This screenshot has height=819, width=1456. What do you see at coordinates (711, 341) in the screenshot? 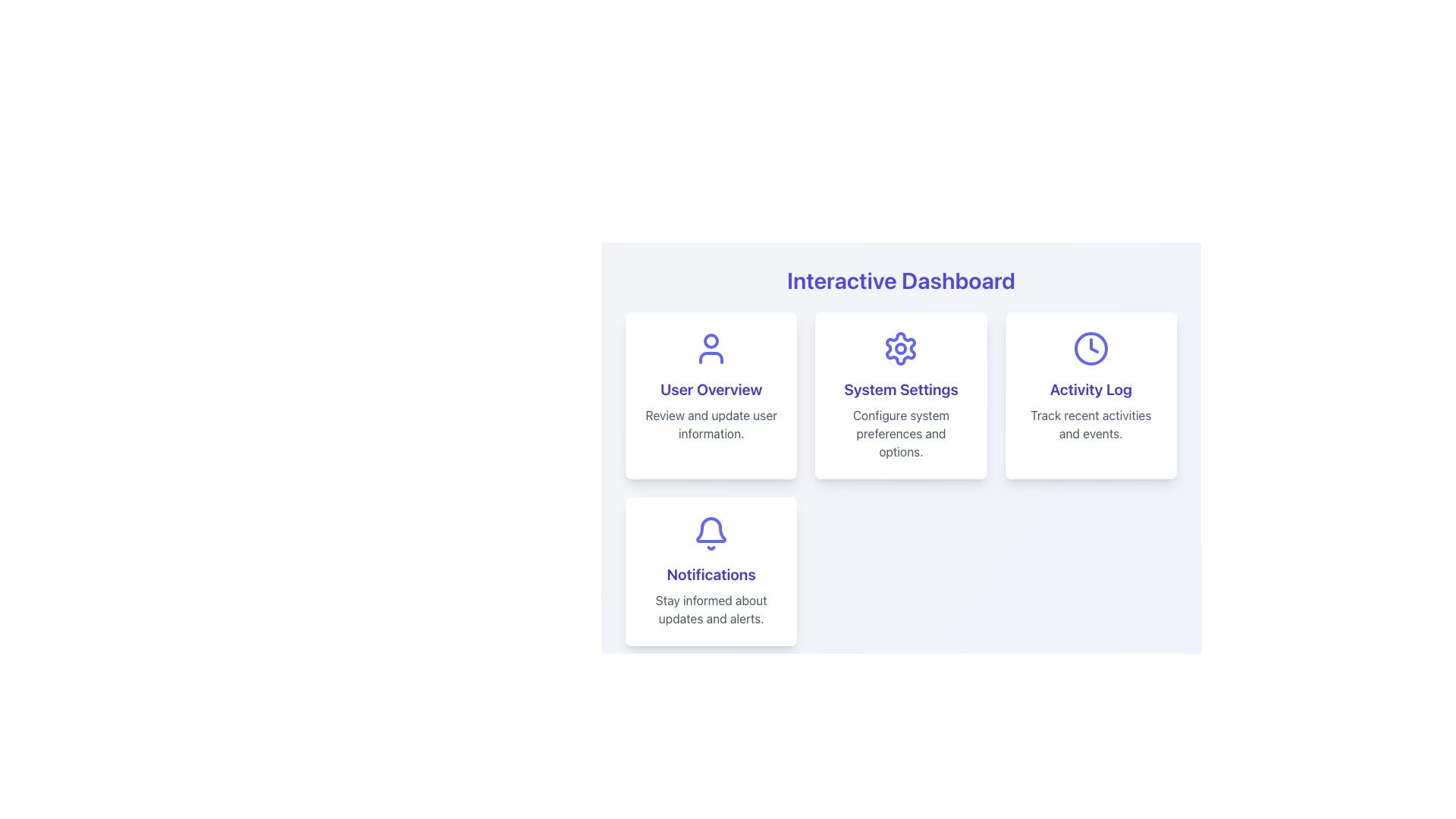
I see `the decorative SVG circle element that represents the user's head in the User Overview card, located above the text label` at bounding box center [711, 341].